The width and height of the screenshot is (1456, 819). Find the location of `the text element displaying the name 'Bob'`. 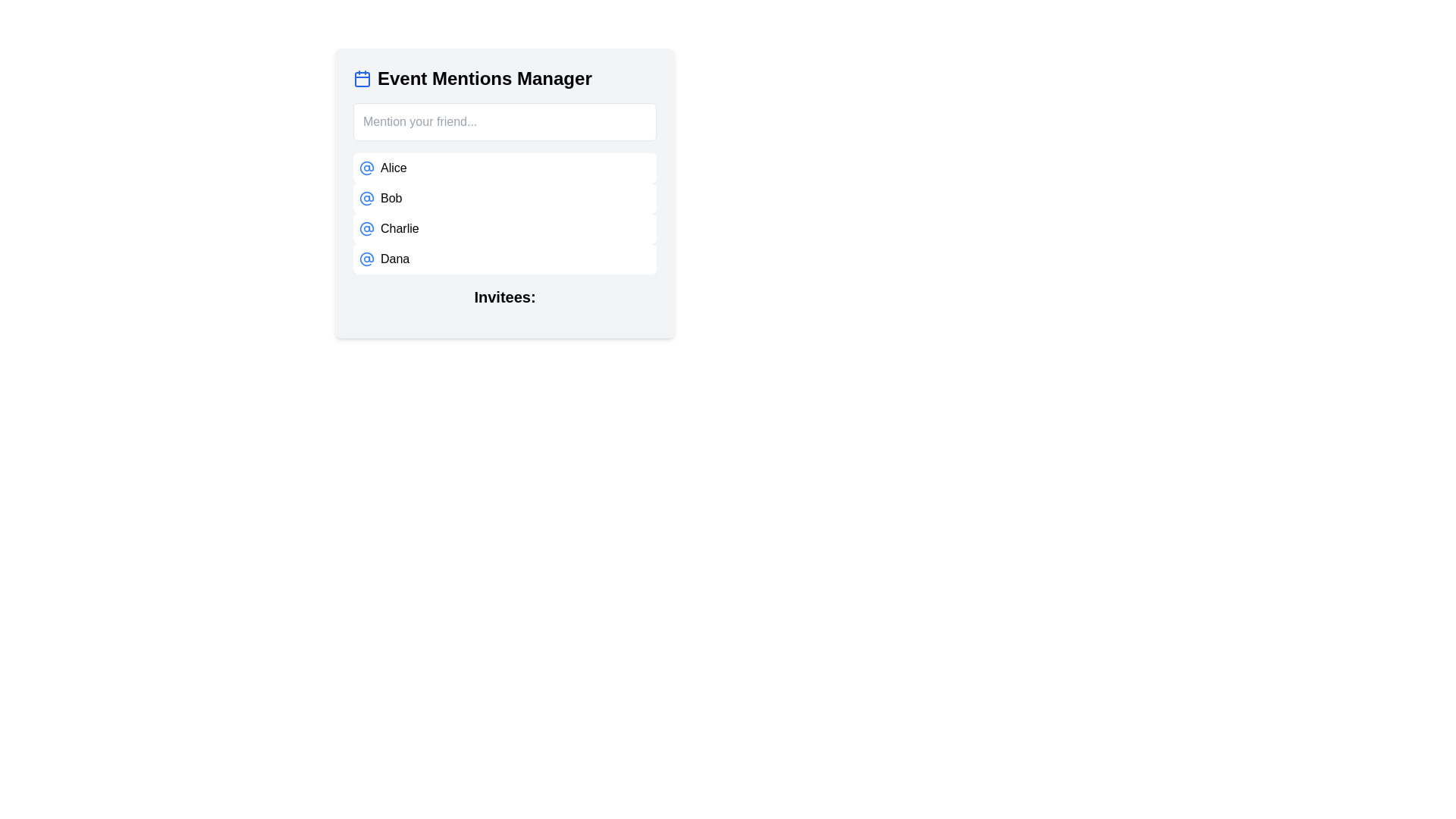

the text element displaying the name 'Bob' is located at coordinates (391, 198).